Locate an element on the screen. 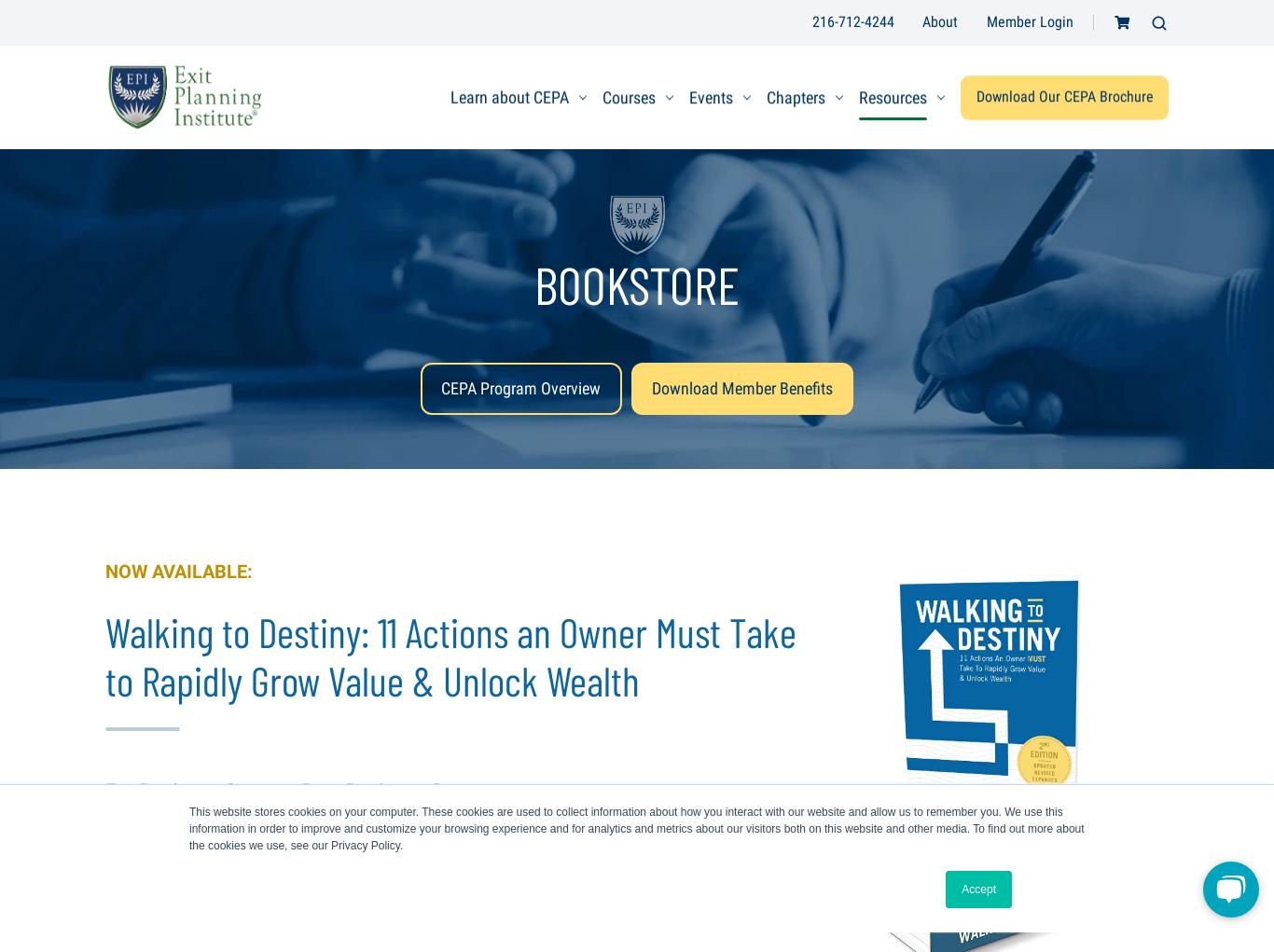  'Courses' is located at coordinates (628, 95).